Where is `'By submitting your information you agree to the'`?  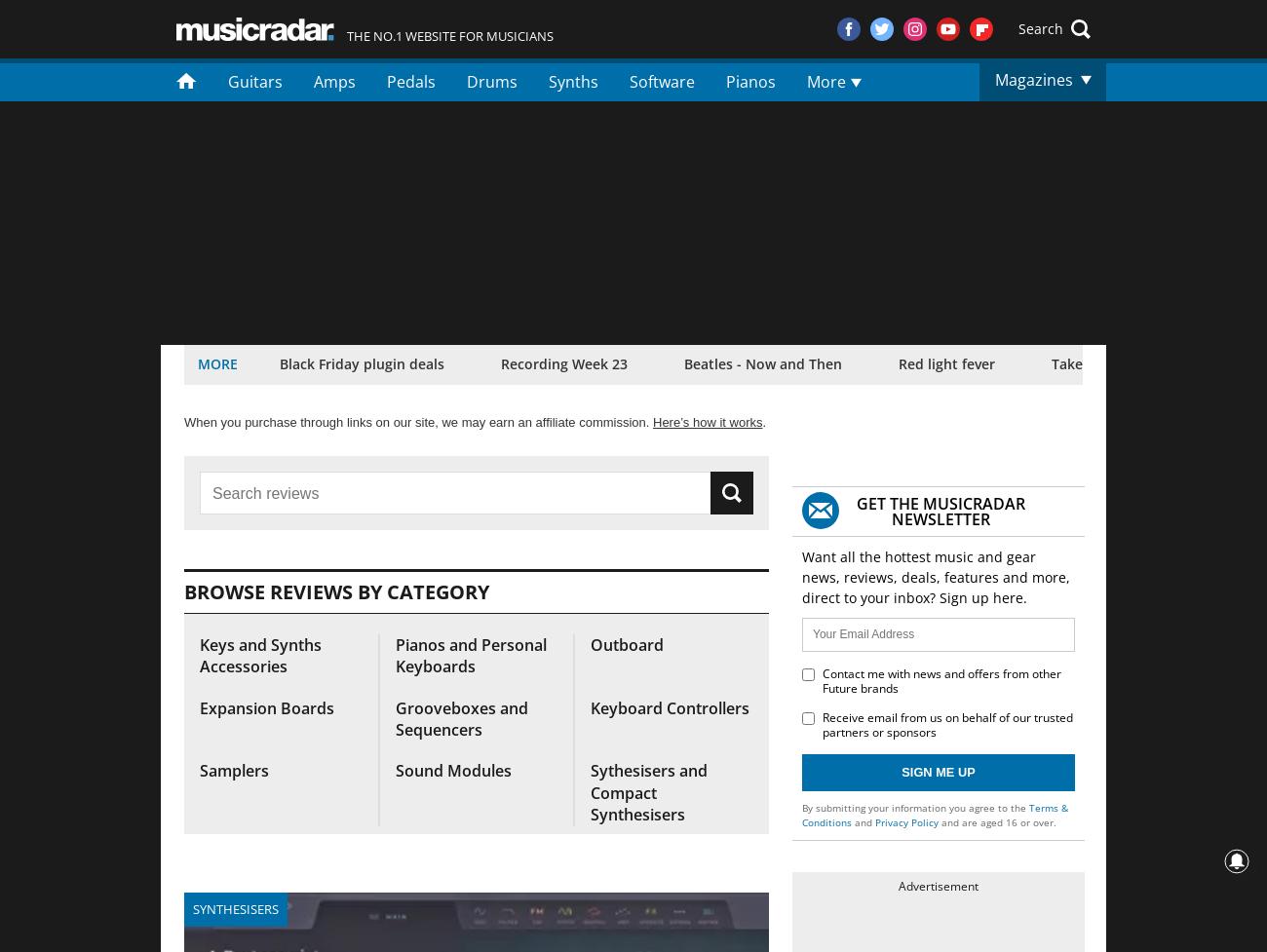 'By submitting your information you agree to the' is located at coordinates (915, 806).